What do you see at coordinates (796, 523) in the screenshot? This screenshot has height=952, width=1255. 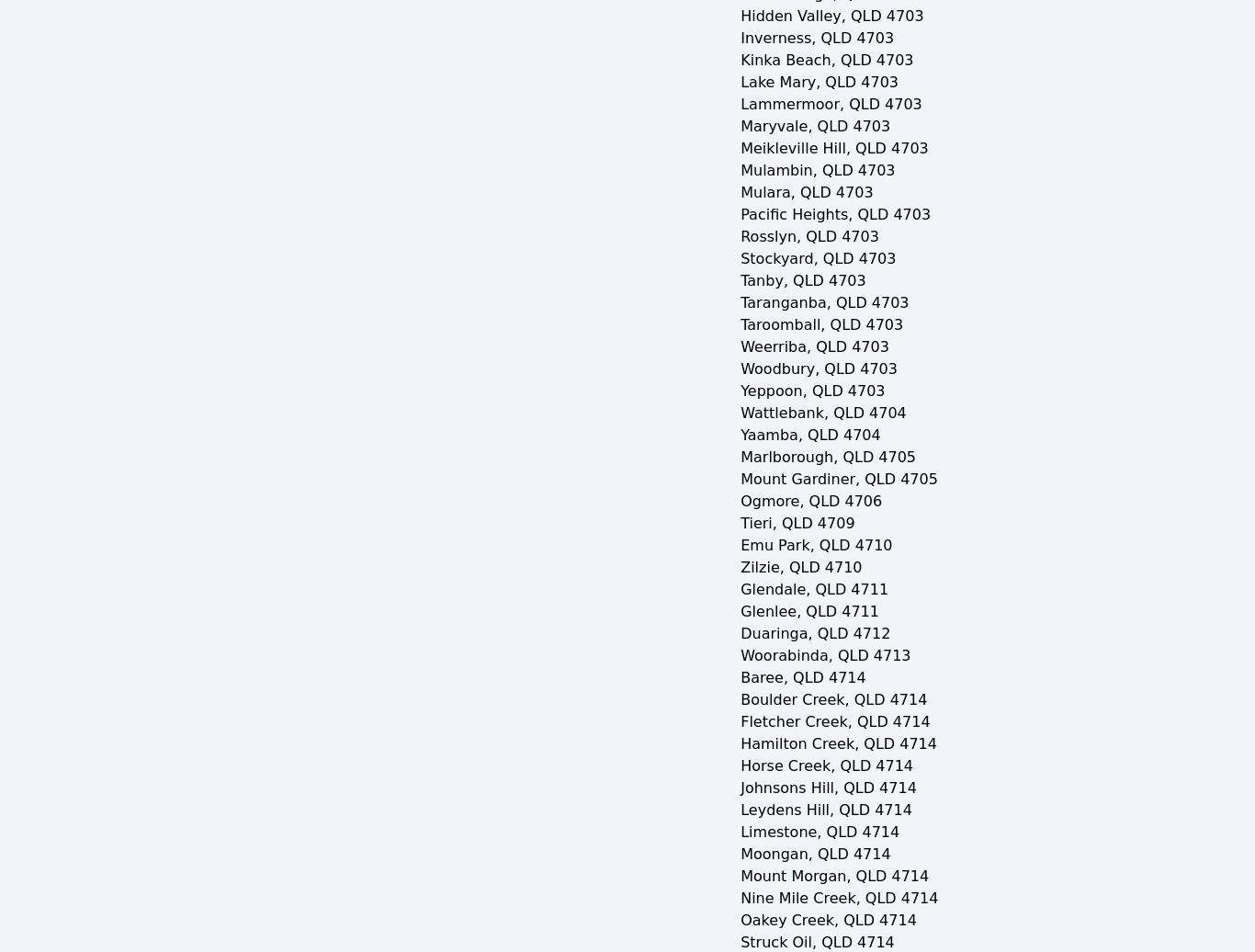 I see `'Tieri, QLD 4709'` at bounding box center [796, 523].